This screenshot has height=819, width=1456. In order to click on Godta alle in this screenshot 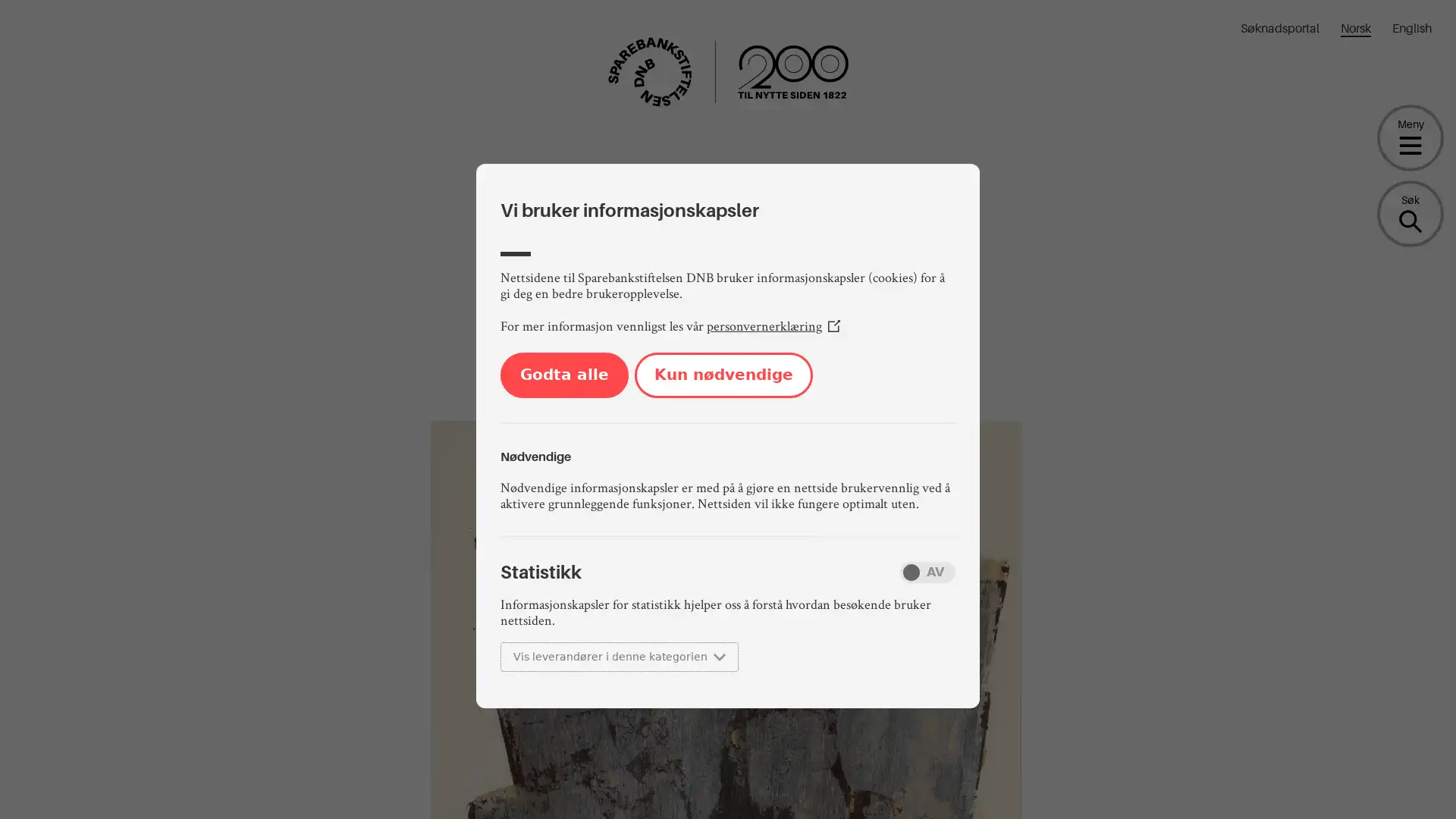, I will do `click(563, 375)`.